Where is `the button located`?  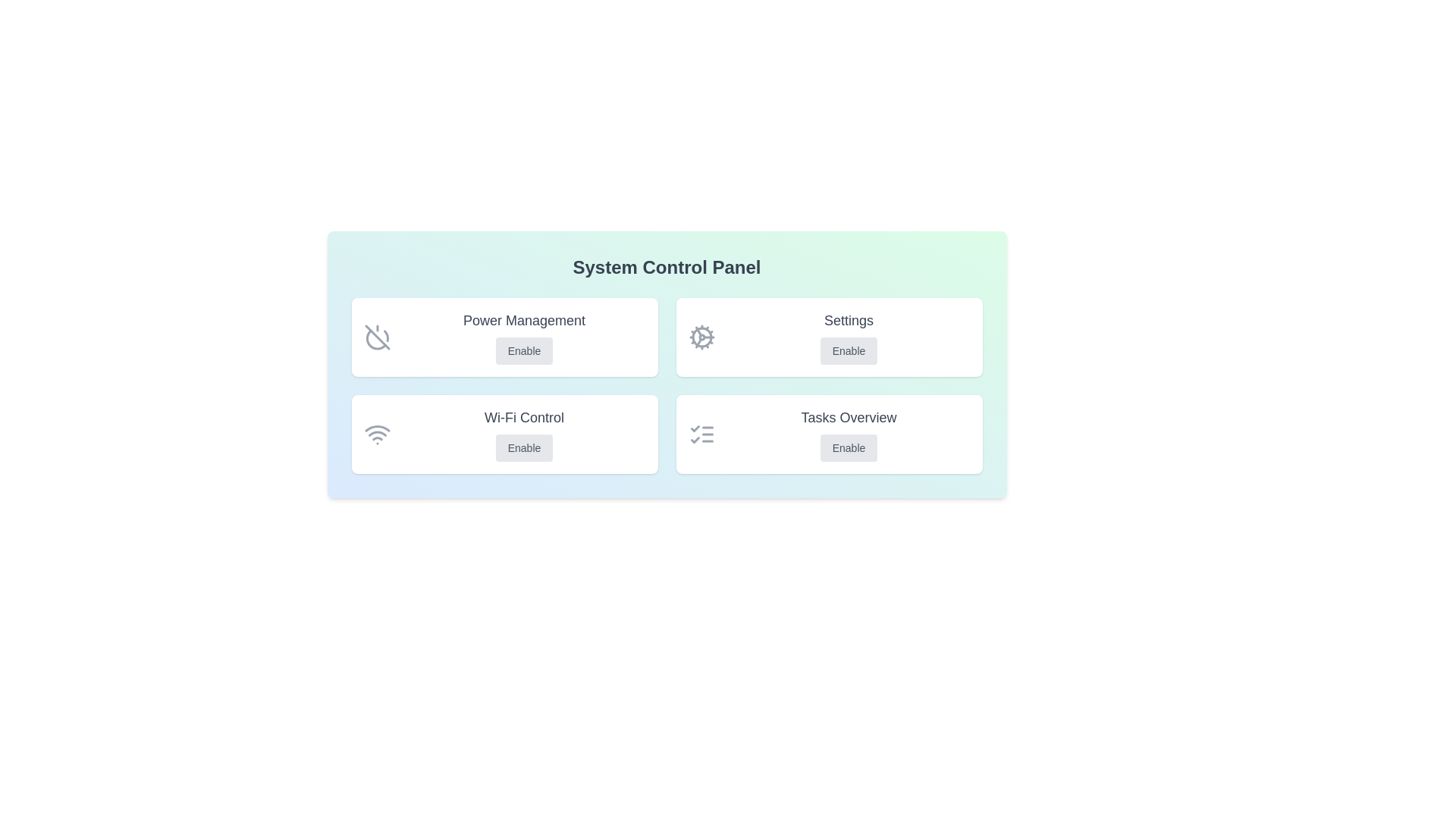 the button located is located at coordinates (848, 447).